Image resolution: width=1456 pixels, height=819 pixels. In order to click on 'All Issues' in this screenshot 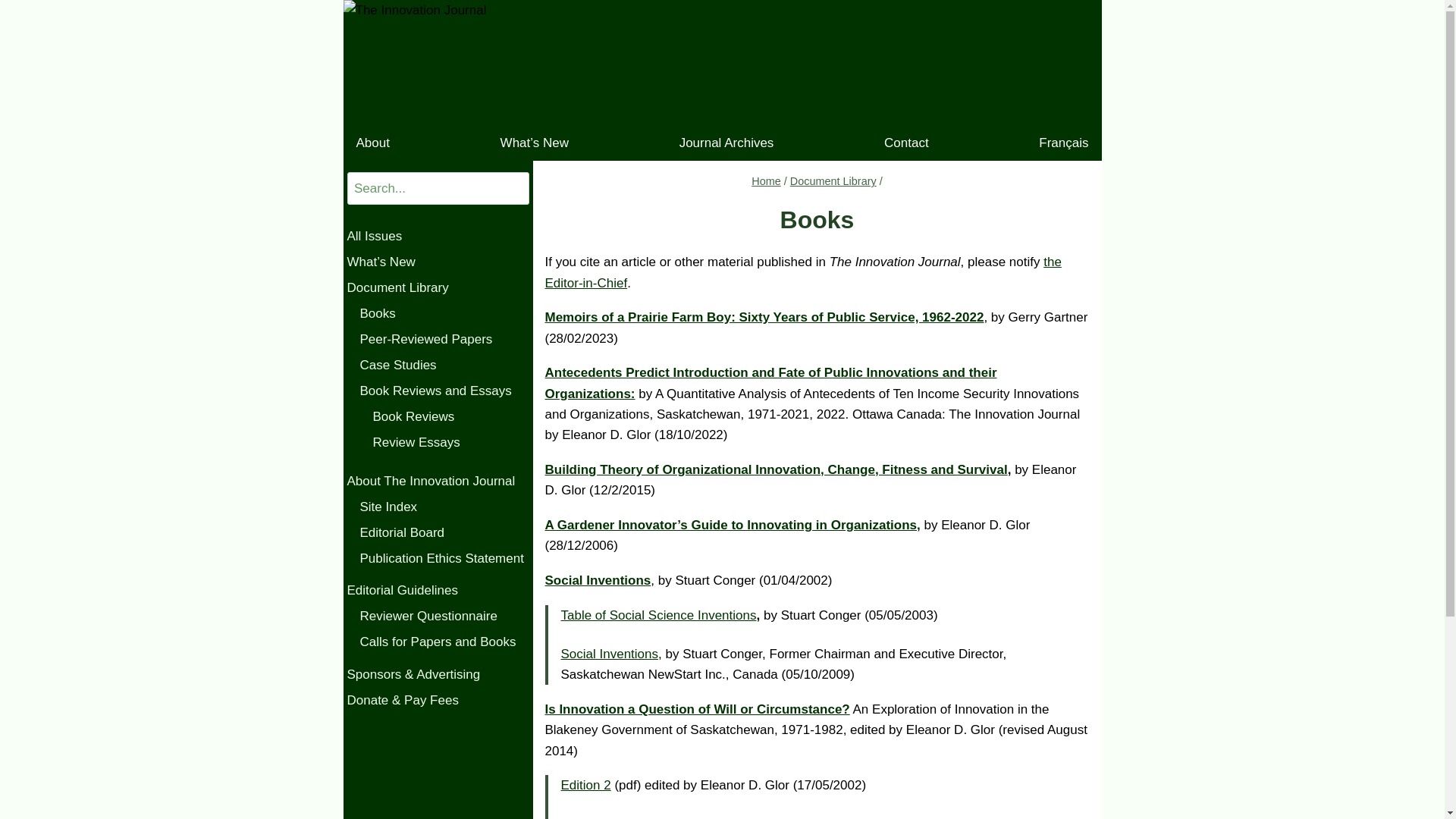, I will do `click(437, 237)`.